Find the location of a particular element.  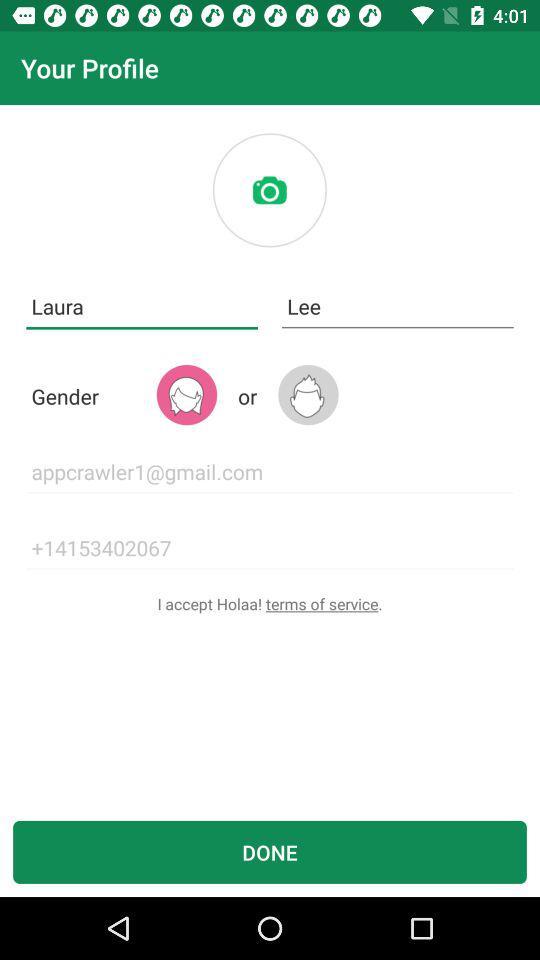

male as gender is located at coordinates (308, 394).